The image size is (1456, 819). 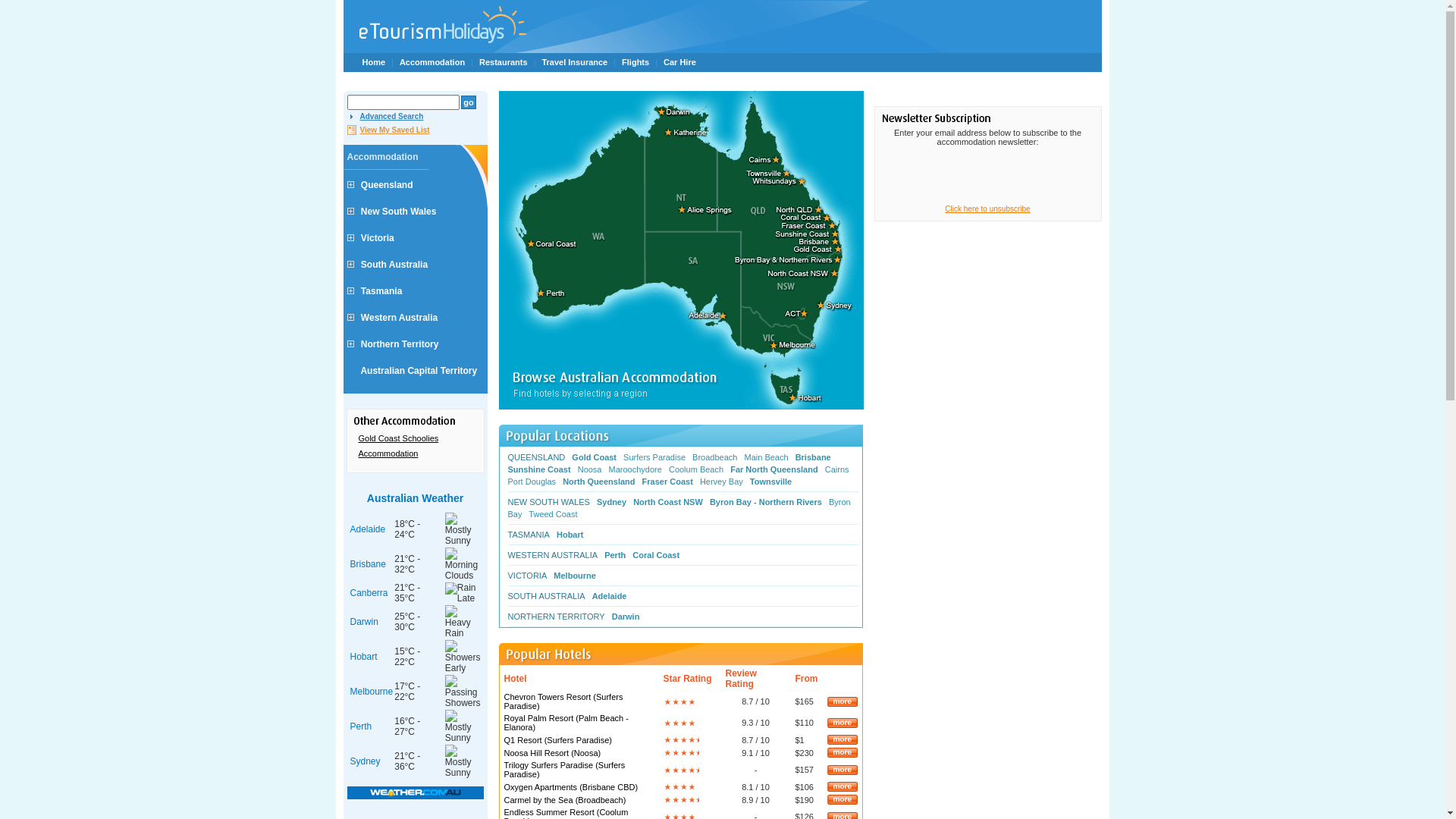 What do you see at coordinates (635, 61) in the screenshot?
I see `'Flights'` at bounding box center [635, 61].